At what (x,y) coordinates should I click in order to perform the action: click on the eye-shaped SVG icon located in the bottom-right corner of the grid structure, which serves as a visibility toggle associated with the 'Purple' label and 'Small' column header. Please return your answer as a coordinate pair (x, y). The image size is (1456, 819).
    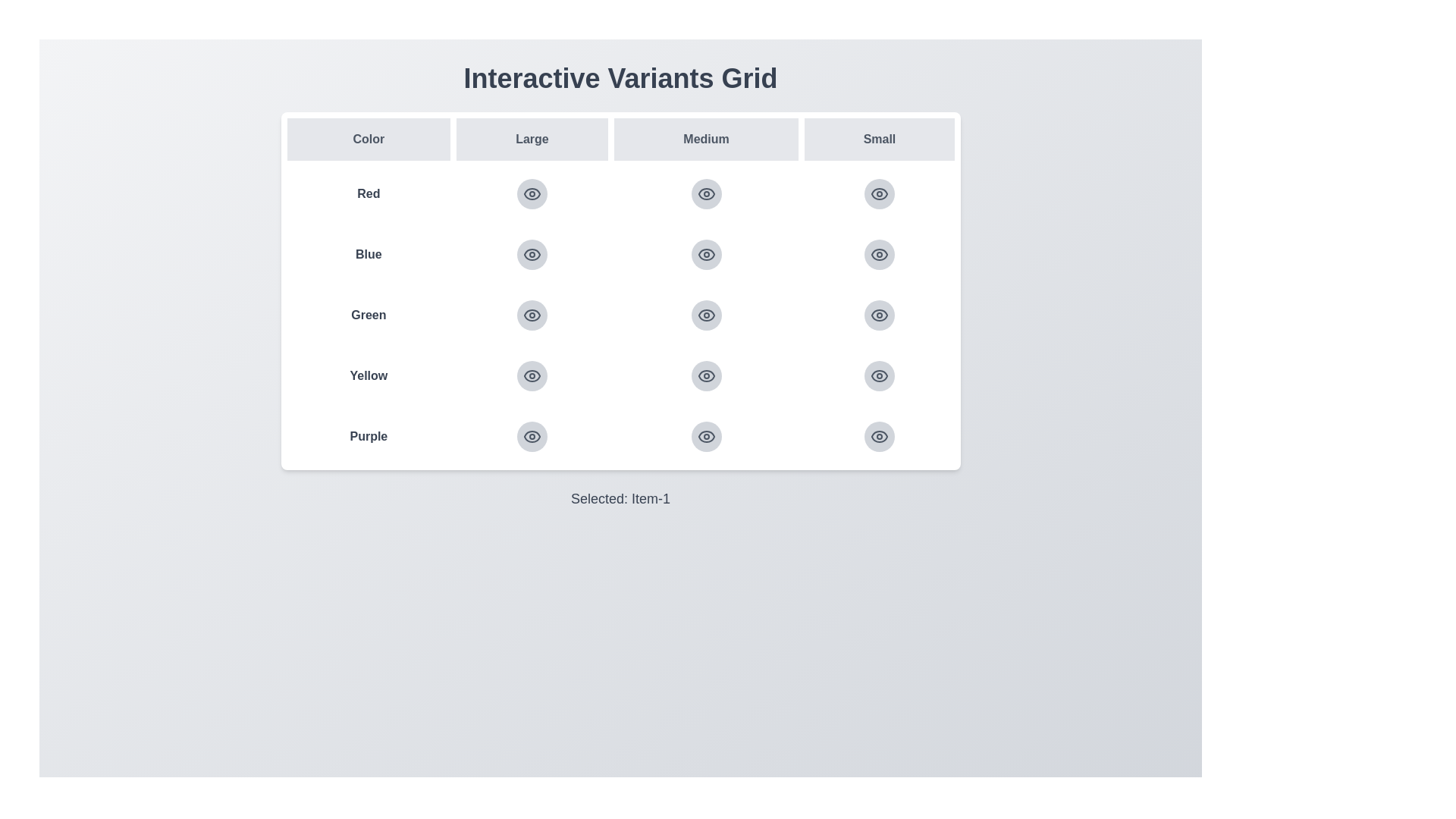
    Looking at the image, I should click on (880, 436).